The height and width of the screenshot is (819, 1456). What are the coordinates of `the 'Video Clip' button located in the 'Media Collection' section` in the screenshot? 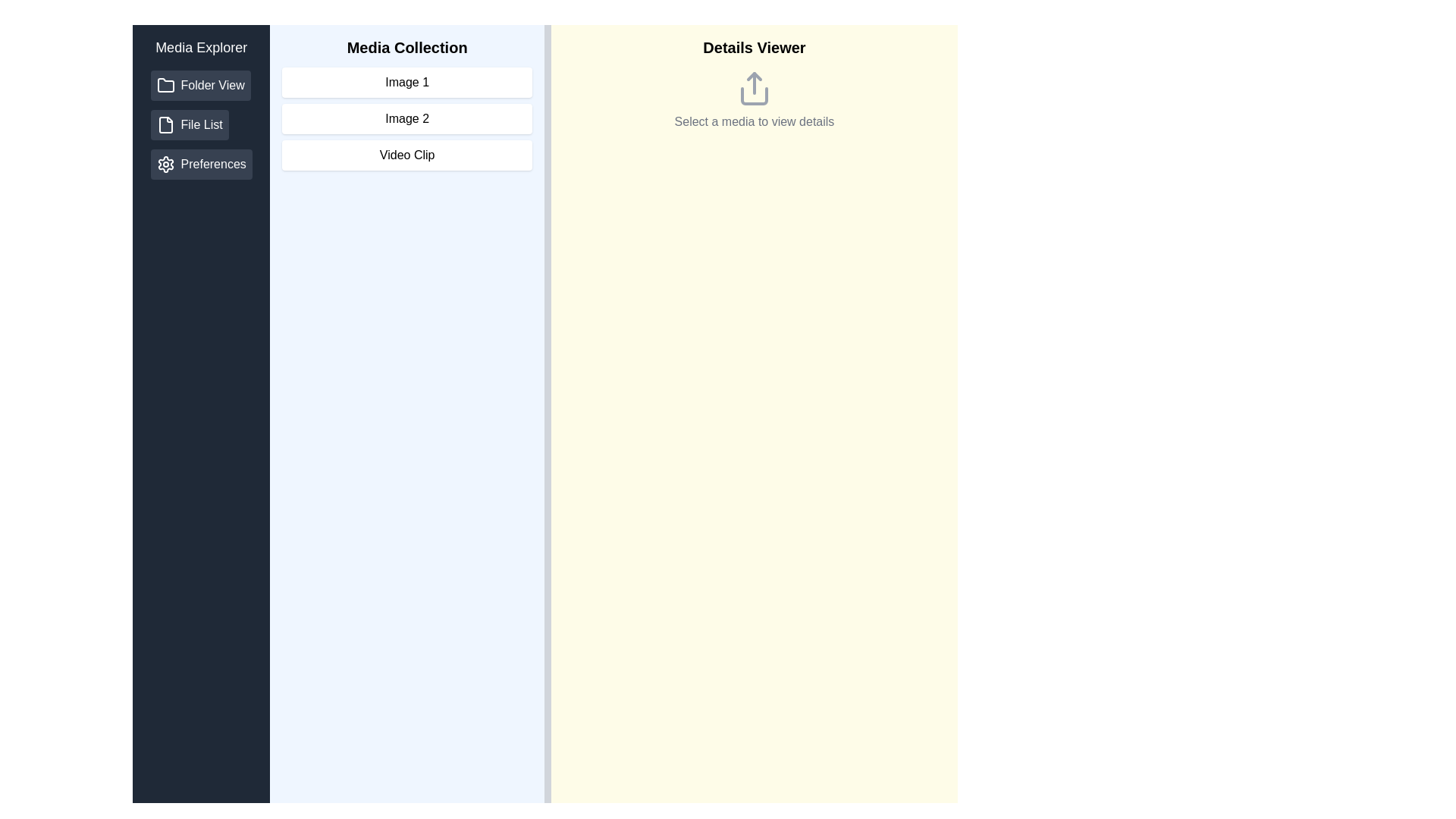 It's located at (407, 155).